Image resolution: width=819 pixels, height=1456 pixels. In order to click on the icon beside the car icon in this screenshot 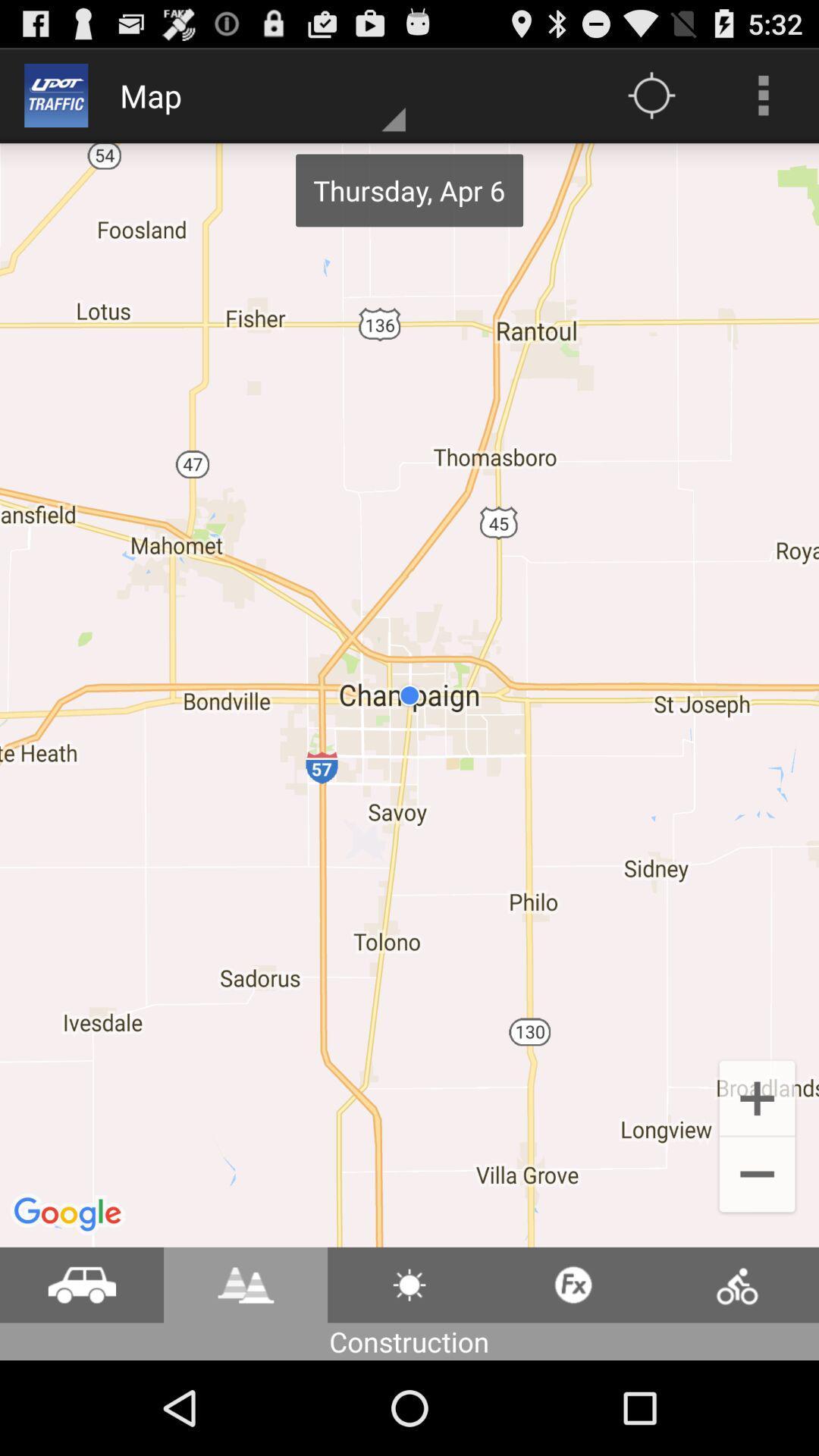, I will do `click(245, 1284)`.